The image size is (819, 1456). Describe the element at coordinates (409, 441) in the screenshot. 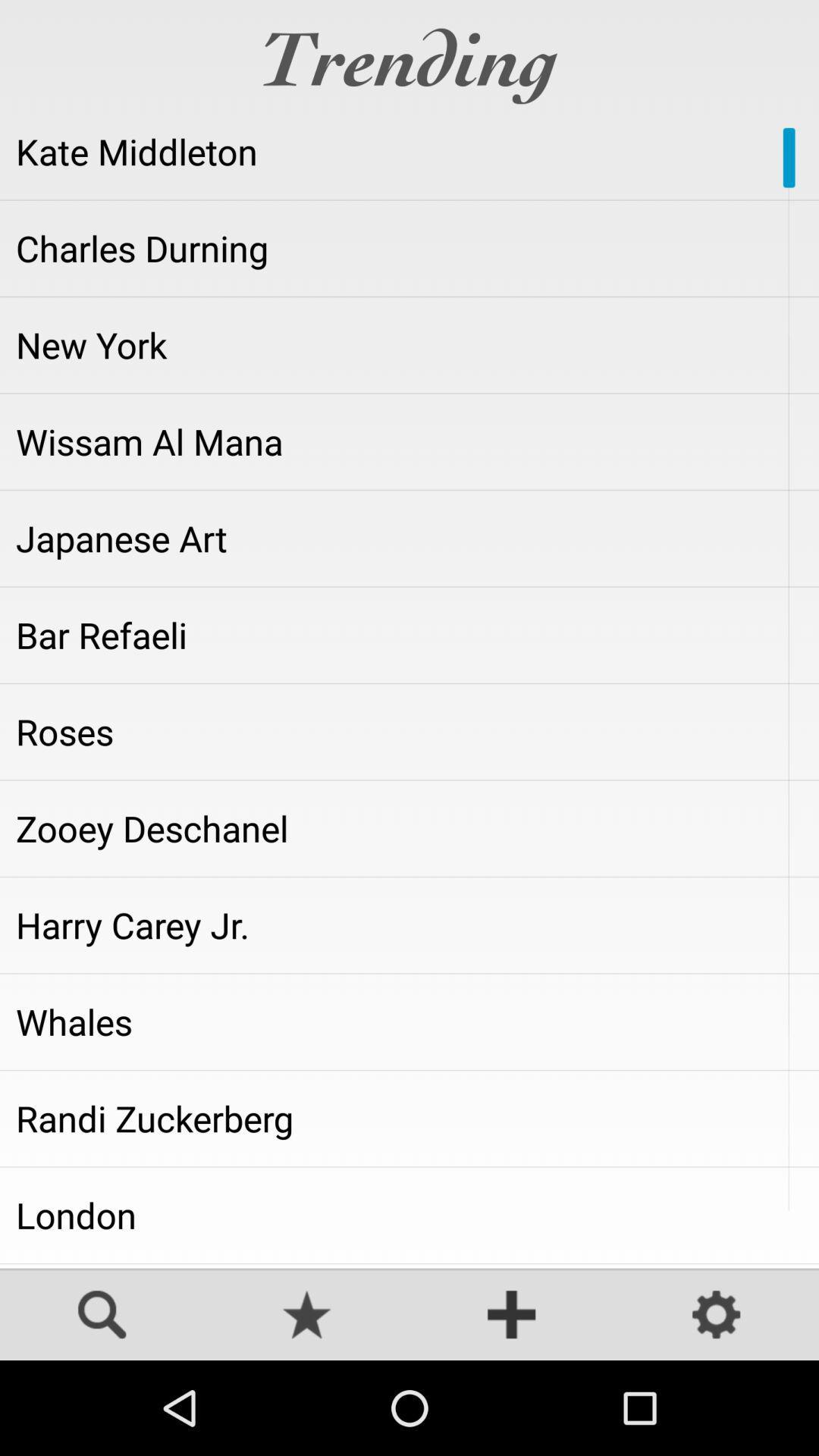

I see `the wissam al mana app` at that location.